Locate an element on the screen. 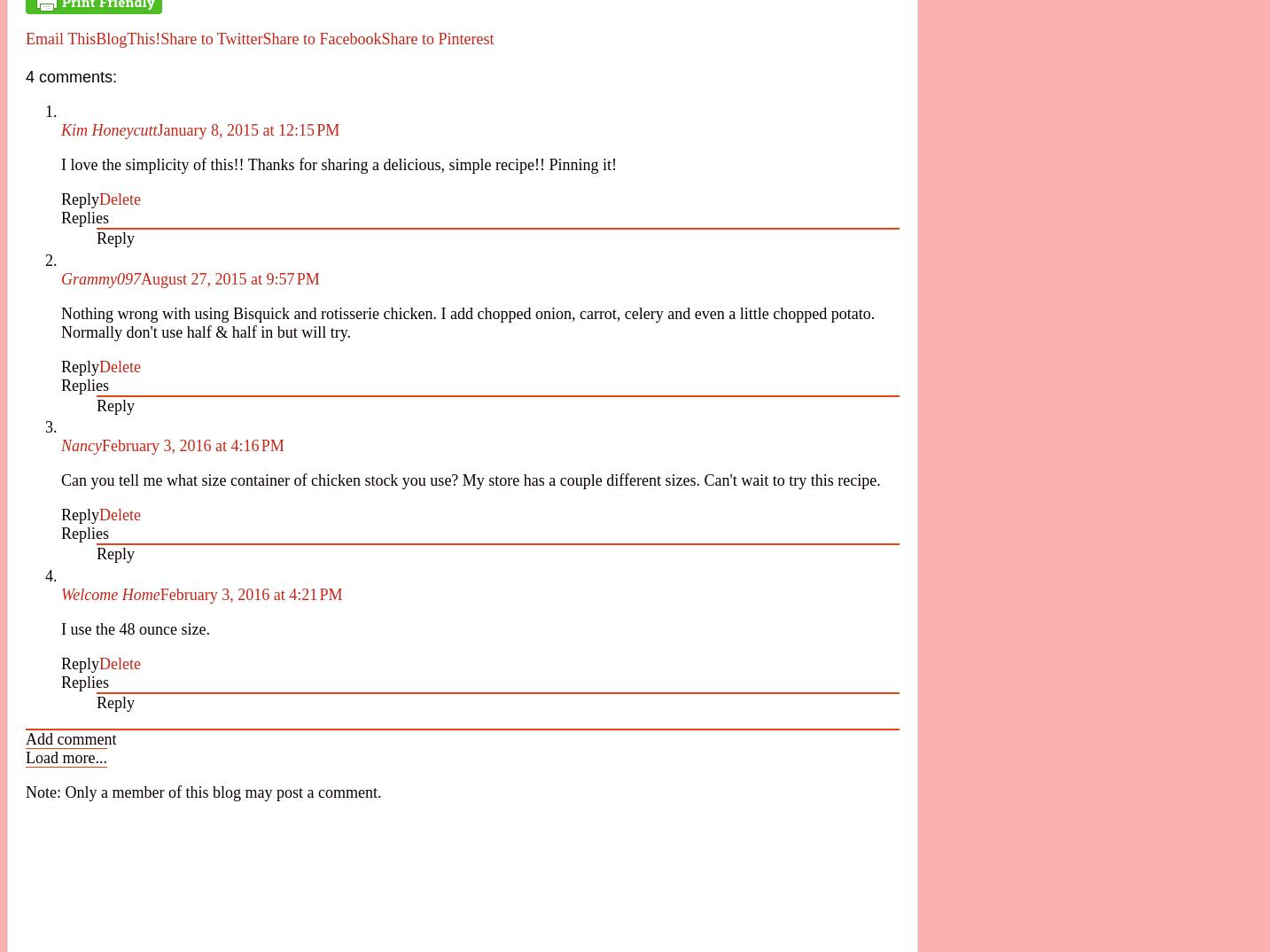 This screenshot has height=952, width=1270. 'Email This' is located at coordinates (59, 38).